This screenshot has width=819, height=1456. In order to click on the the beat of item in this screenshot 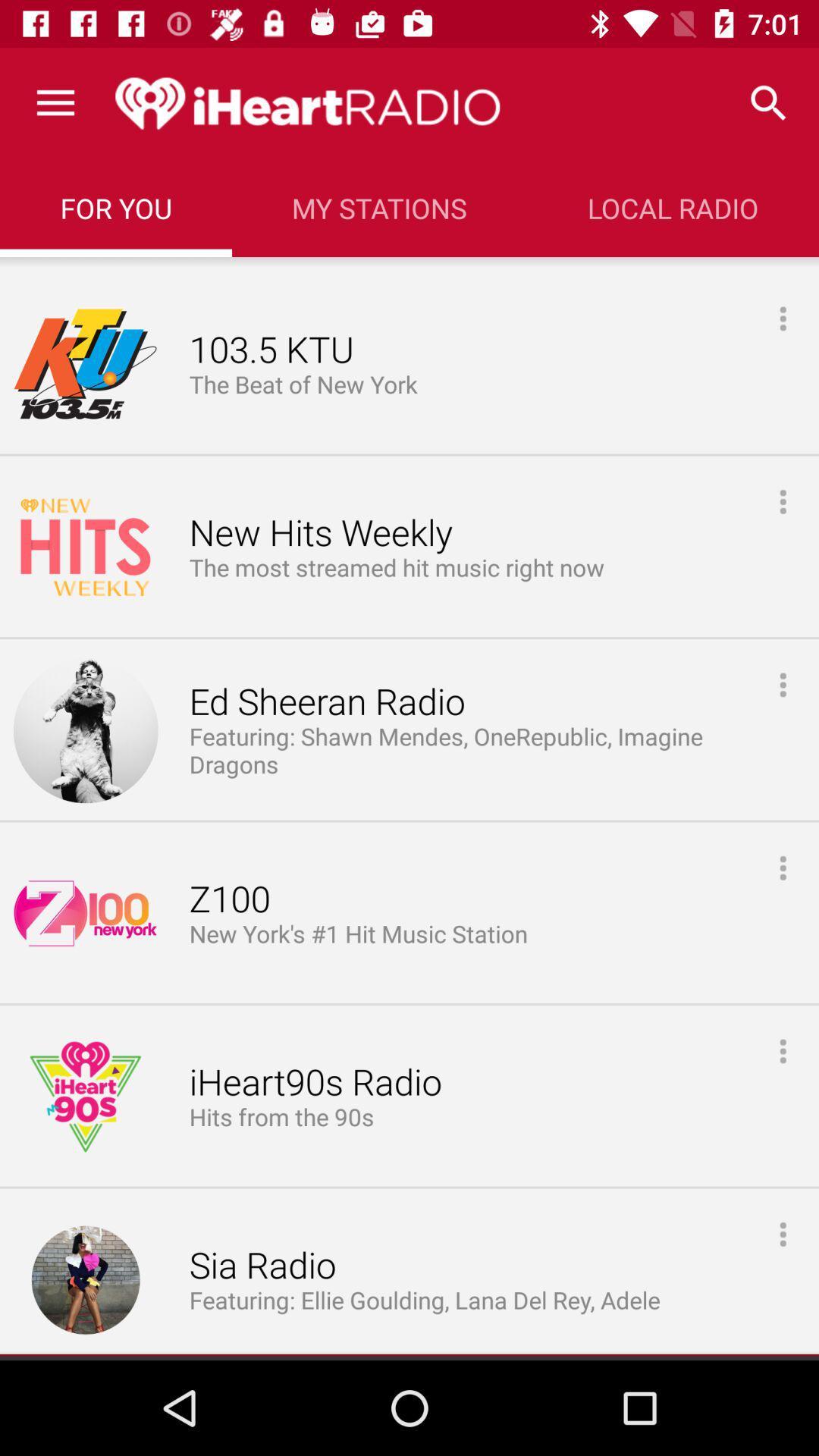, I will do `click(306, 385)`.